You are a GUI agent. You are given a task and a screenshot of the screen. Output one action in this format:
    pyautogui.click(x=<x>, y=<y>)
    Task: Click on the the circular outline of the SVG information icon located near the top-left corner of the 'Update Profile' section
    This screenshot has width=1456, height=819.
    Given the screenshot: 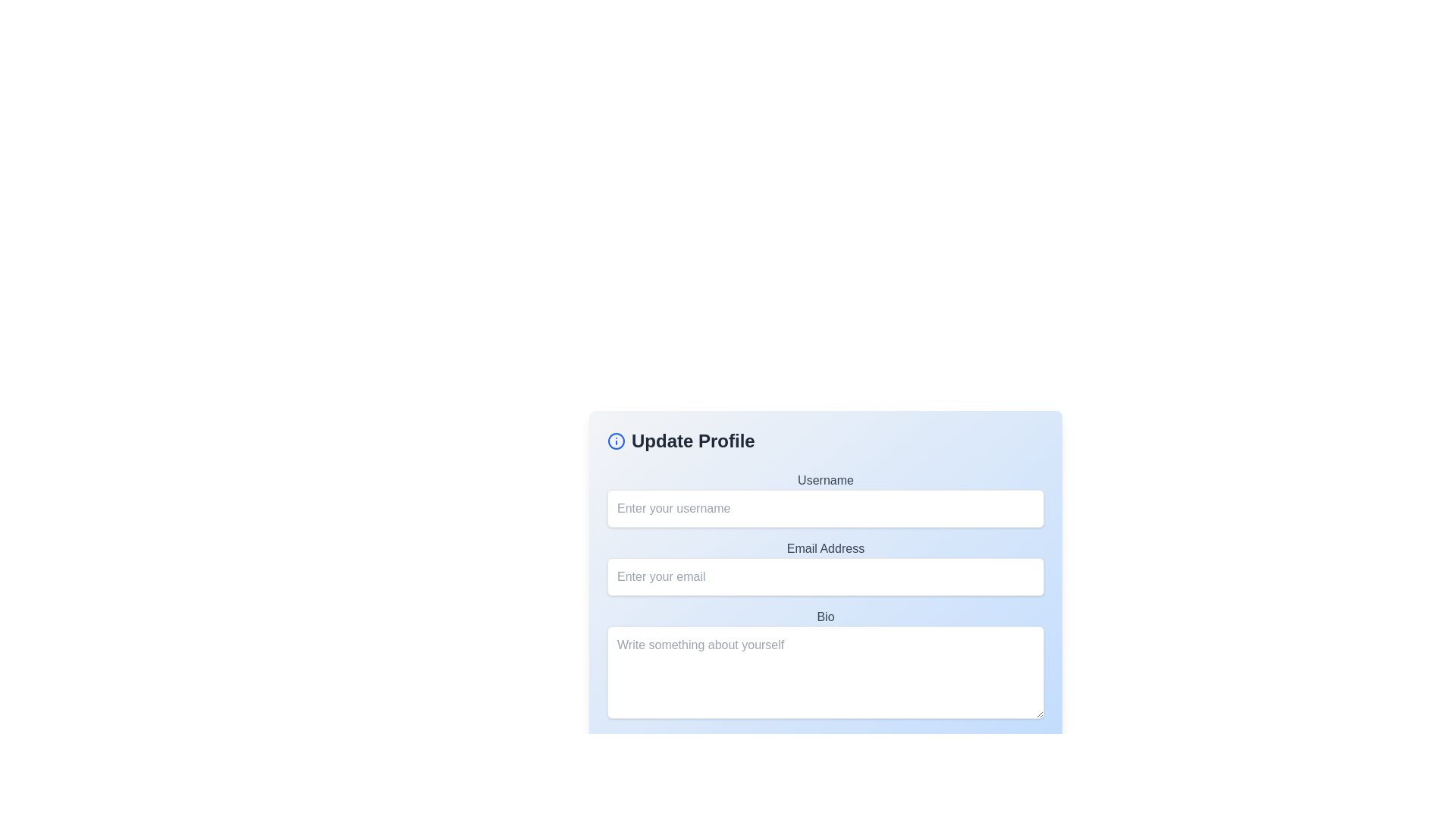 What is the action you would take?
    pyautogui.click(x=616, y=441)
    